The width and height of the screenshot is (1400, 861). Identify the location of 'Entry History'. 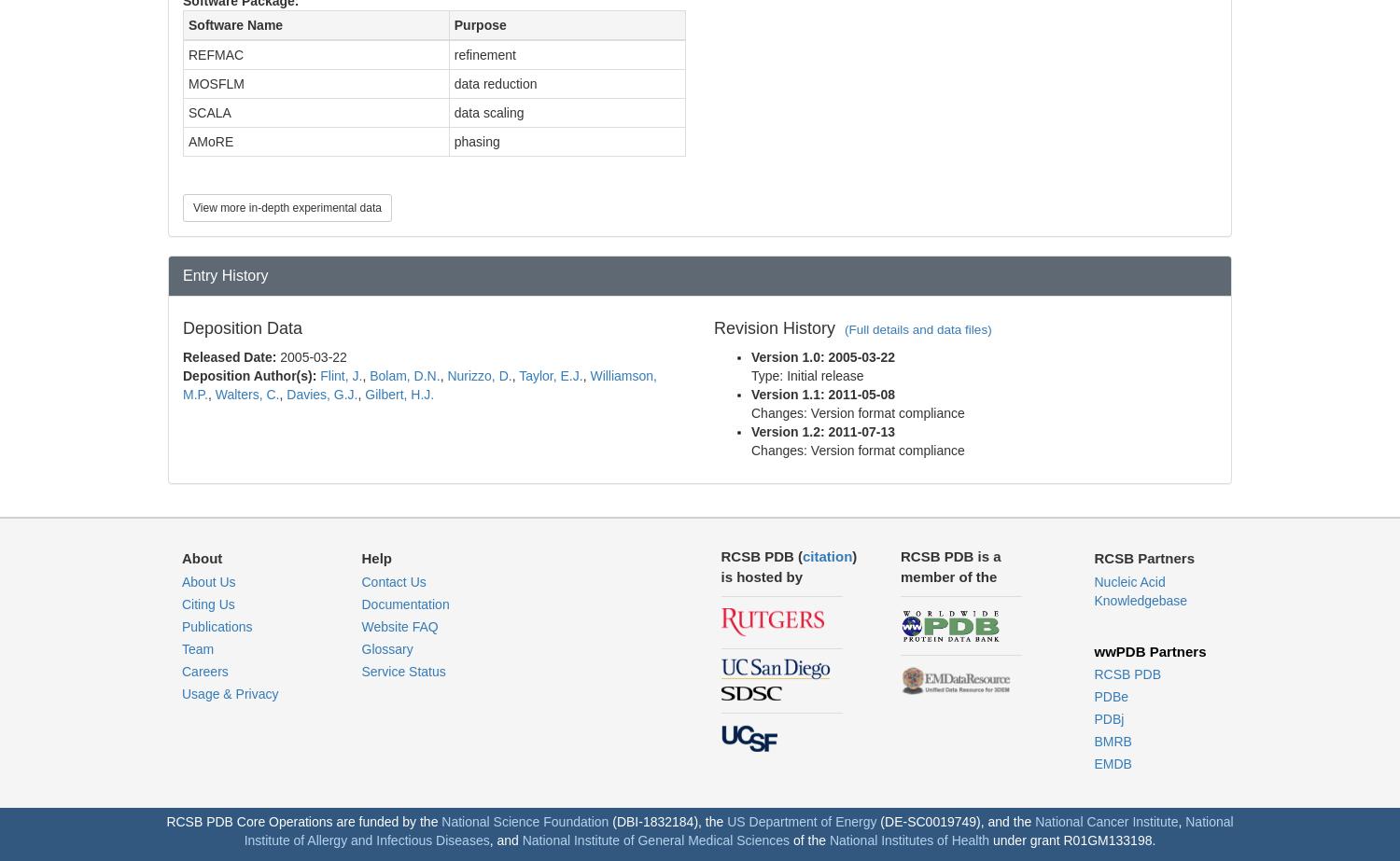
(227, 274).